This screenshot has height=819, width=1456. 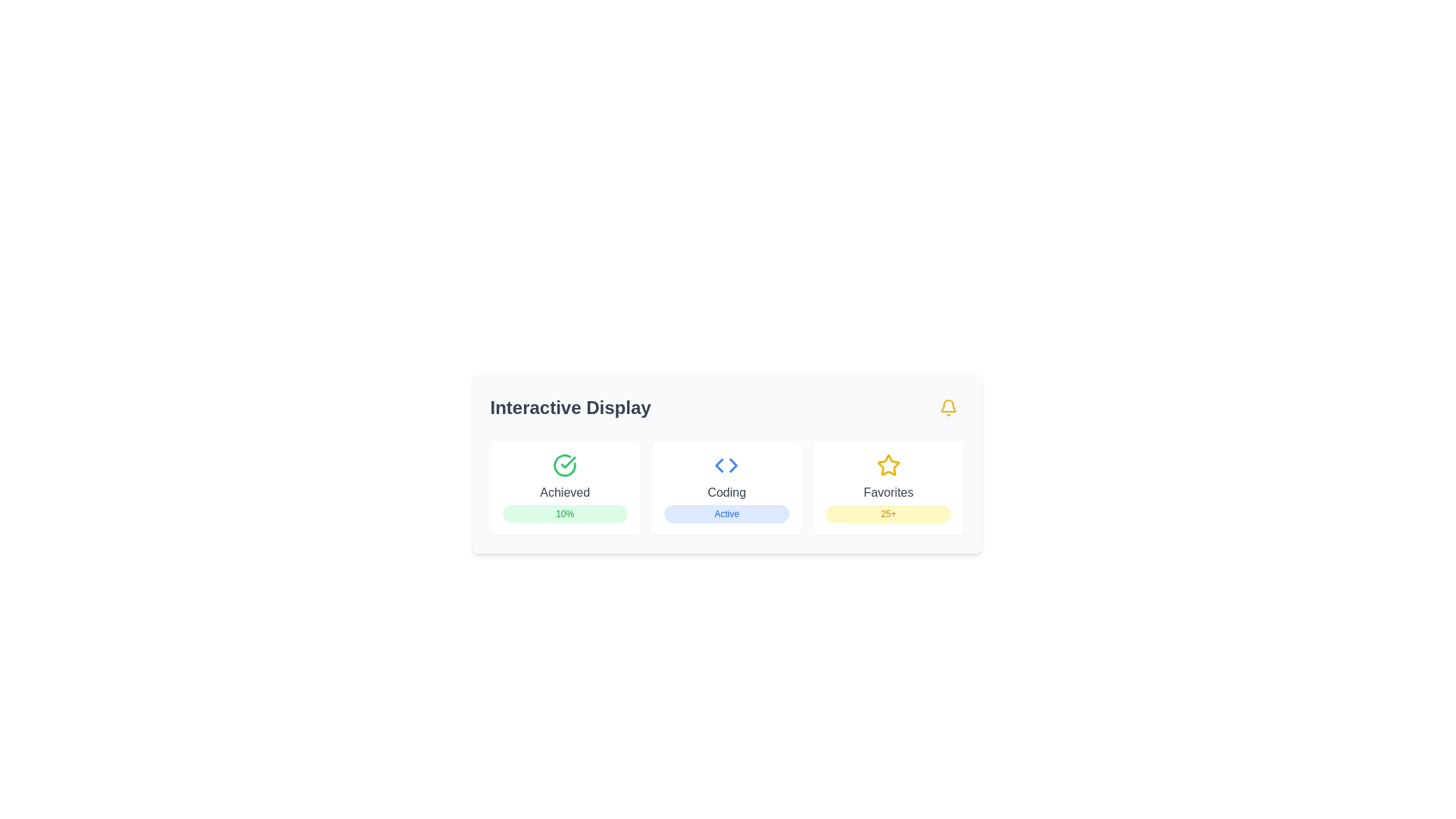 What do you see at coordinates (726, 463) in the screenshot?
I see `the 'Coding' Informative card, which is the middle card in a group of three` at bounding box center [726, 463].